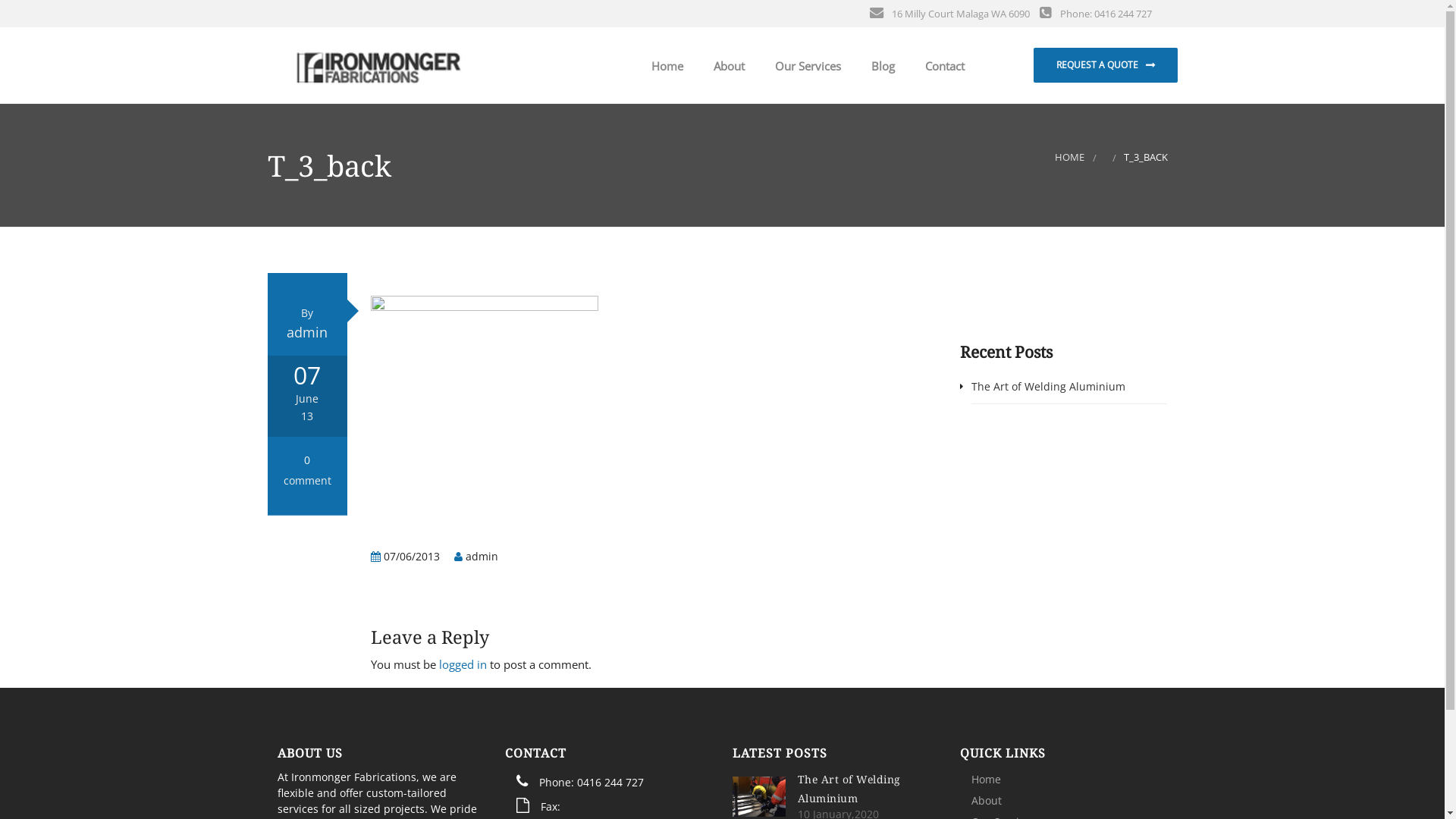 This screenshot has width=1456, height=819. What do you see at coordinates (811, 152) in the screenshot?
I see `'Fabrication'` at bounding box center [811, 152].